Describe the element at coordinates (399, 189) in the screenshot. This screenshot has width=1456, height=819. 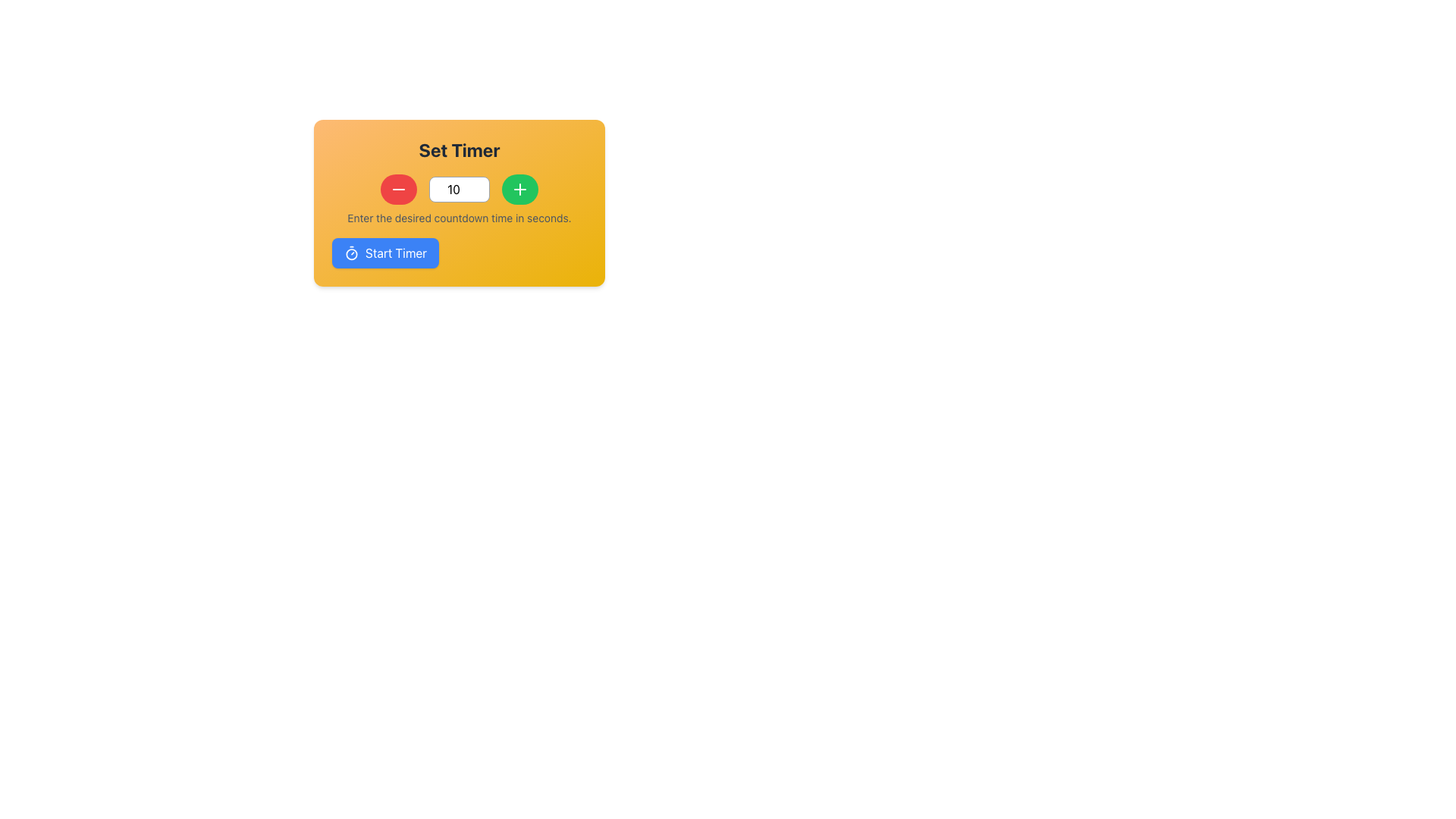
I see `decrement button located to the left of the white text input box, which decreases the numerical value when clicked` at that location.